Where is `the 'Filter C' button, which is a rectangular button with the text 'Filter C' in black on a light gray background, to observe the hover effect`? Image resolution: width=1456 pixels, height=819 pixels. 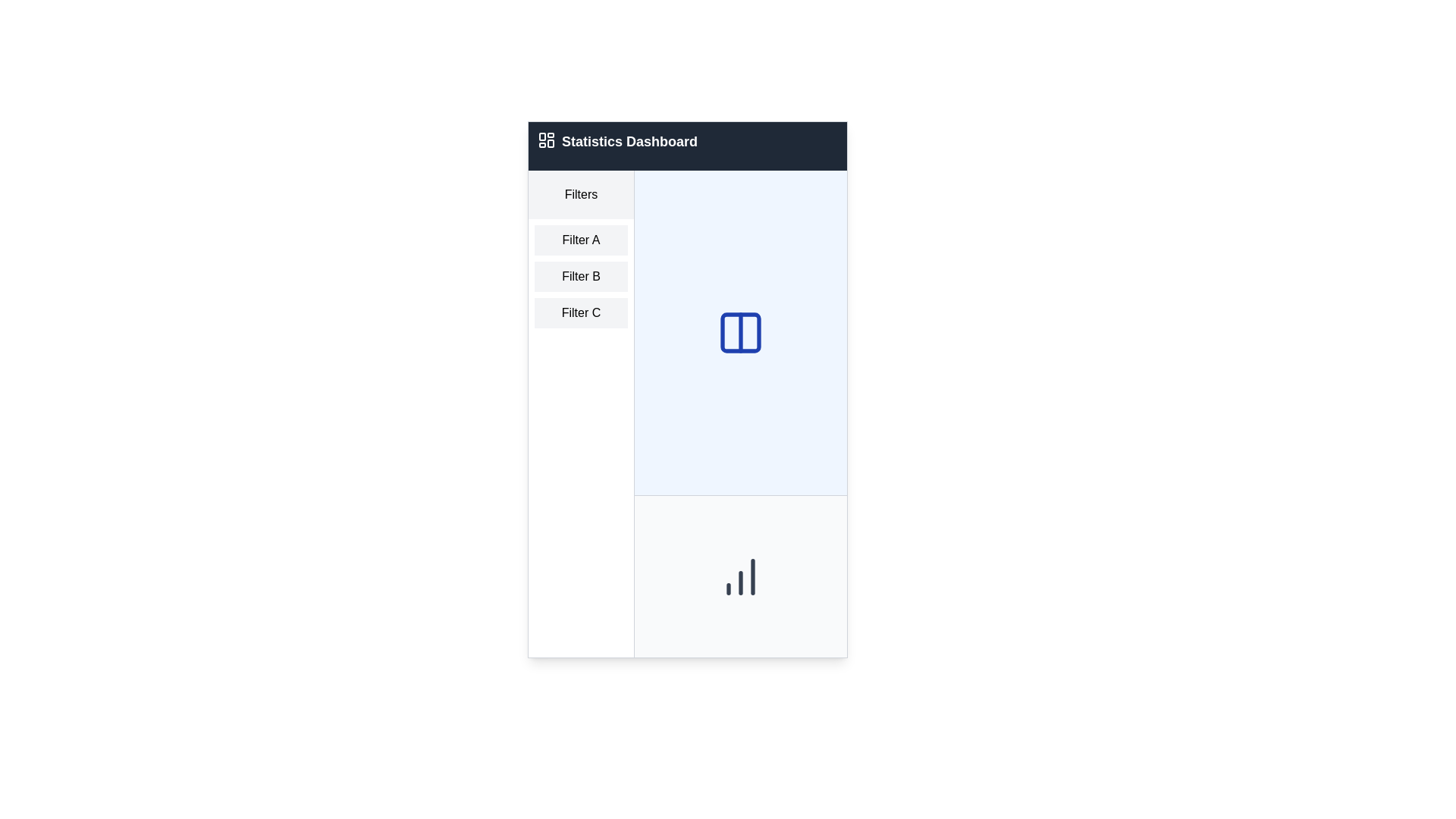
the 'Filter C' button, which is a rectangular button with the text 'Filter C' in black on a light gray background, to observe the hover effect is located at coordinates (580, 312).